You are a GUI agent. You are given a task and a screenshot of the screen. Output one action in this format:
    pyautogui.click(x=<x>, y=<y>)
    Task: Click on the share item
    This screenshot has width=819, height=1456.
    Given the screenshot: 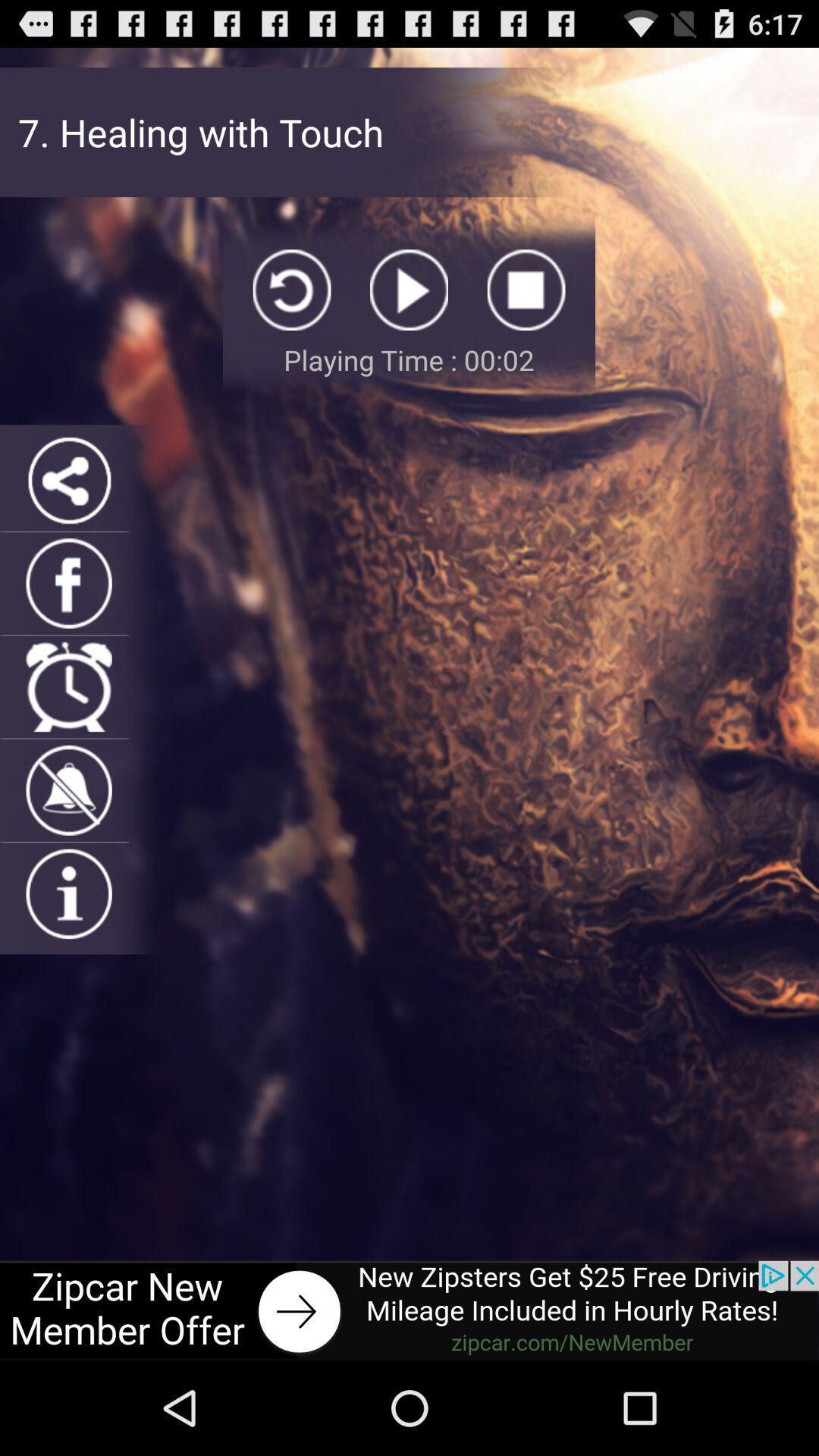 What is the action you would take?
    pyautogui.click(x=69, y=479)
    